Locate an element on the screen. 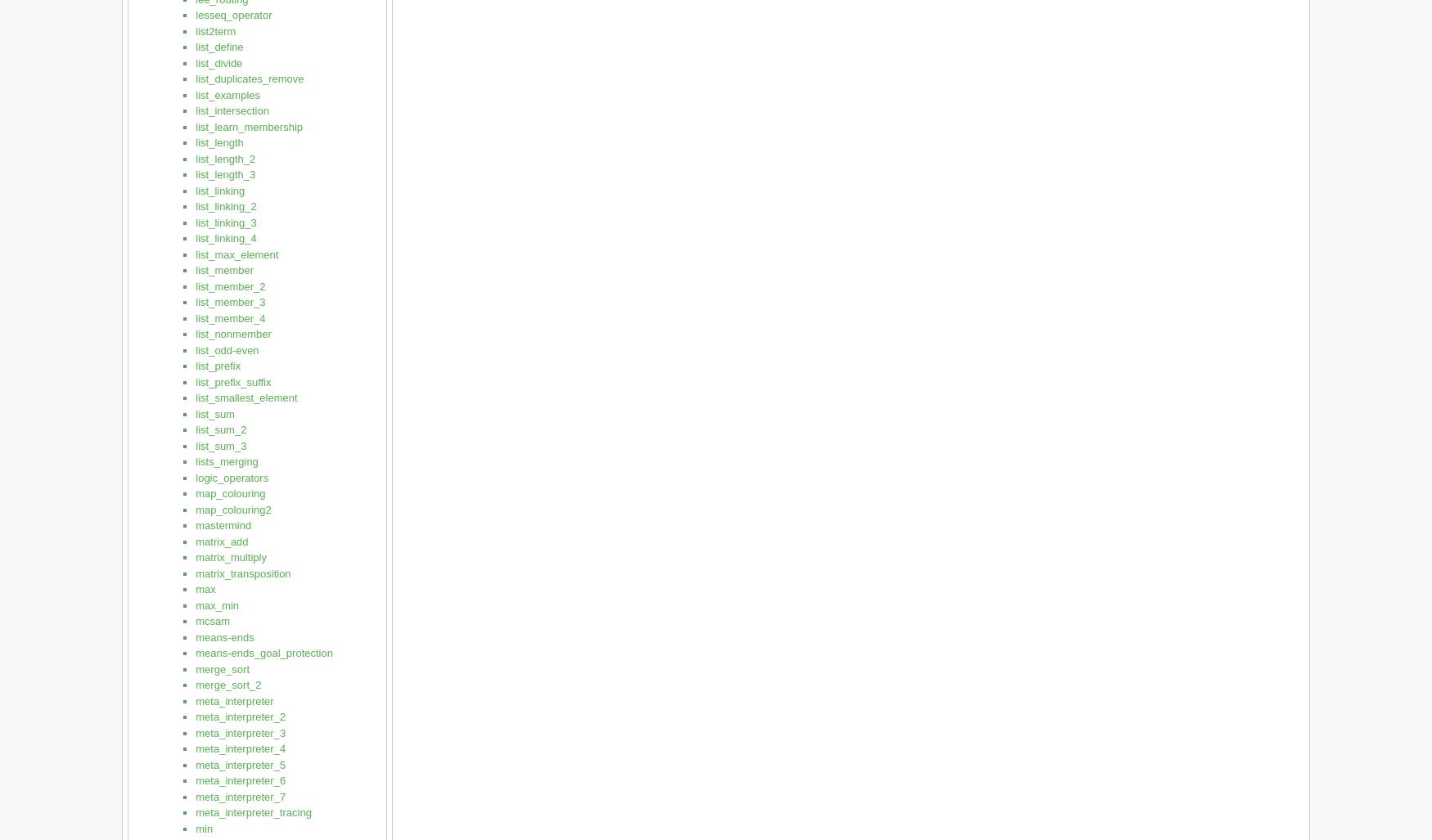 Image resolution: width=1432 pixels, height=840 pixels. 'list_sum_2' is located at coordinates (220, 429).